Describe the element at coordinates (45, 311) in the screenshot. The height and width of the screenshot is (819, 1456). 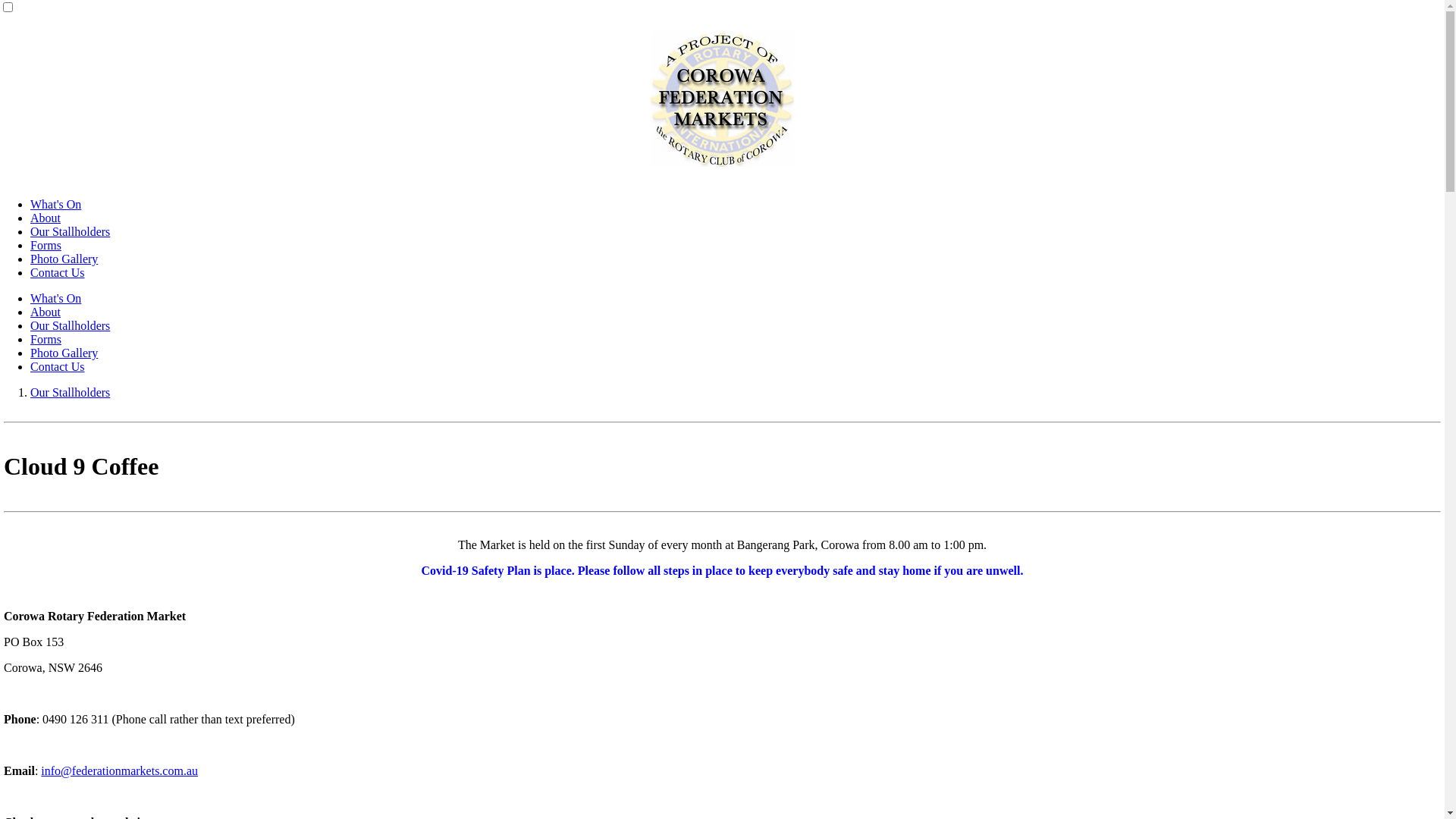
I see `'About'` at that location.